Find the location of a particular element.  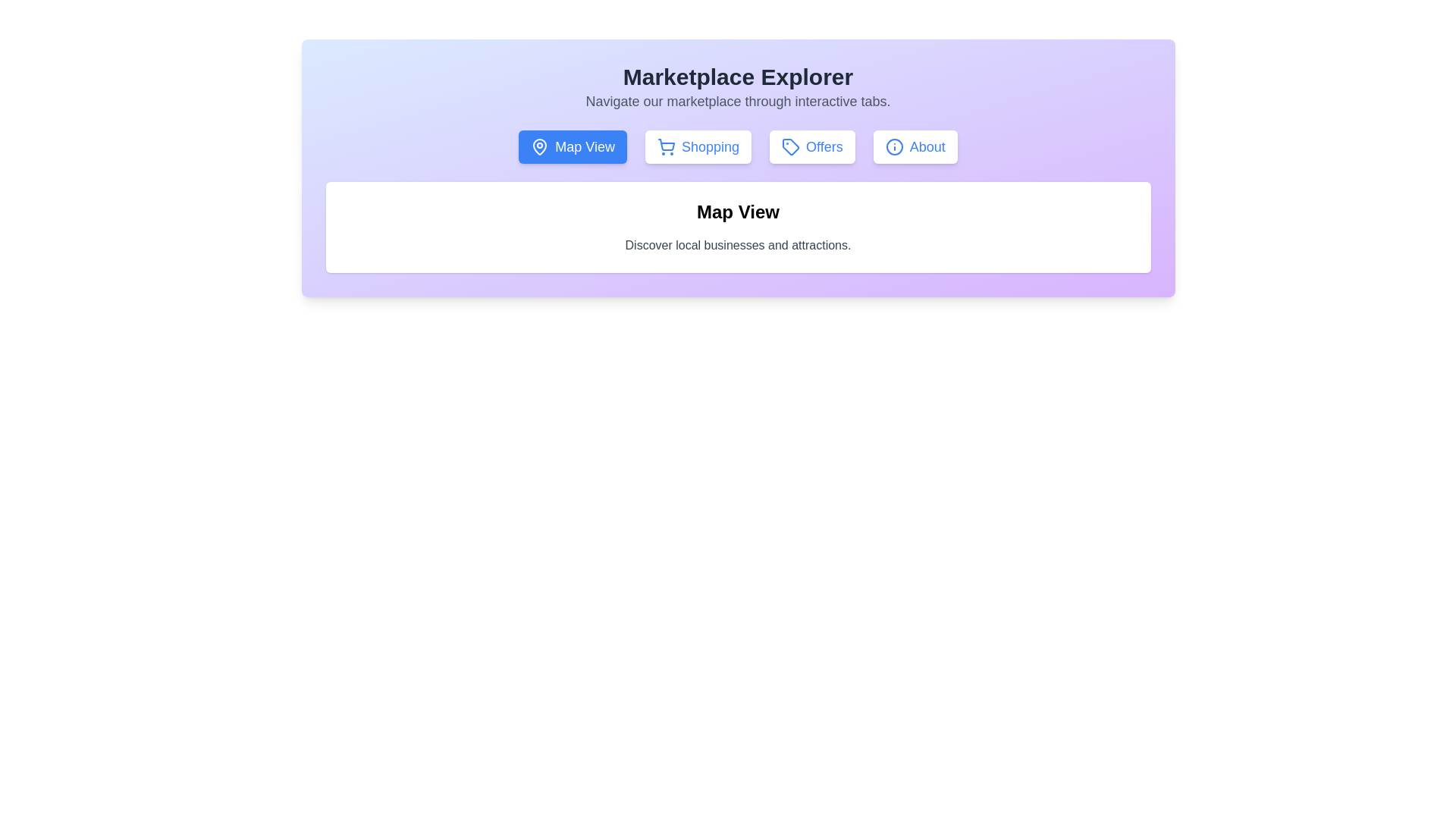

the tab labeled About is located at coordinates (914, 146).